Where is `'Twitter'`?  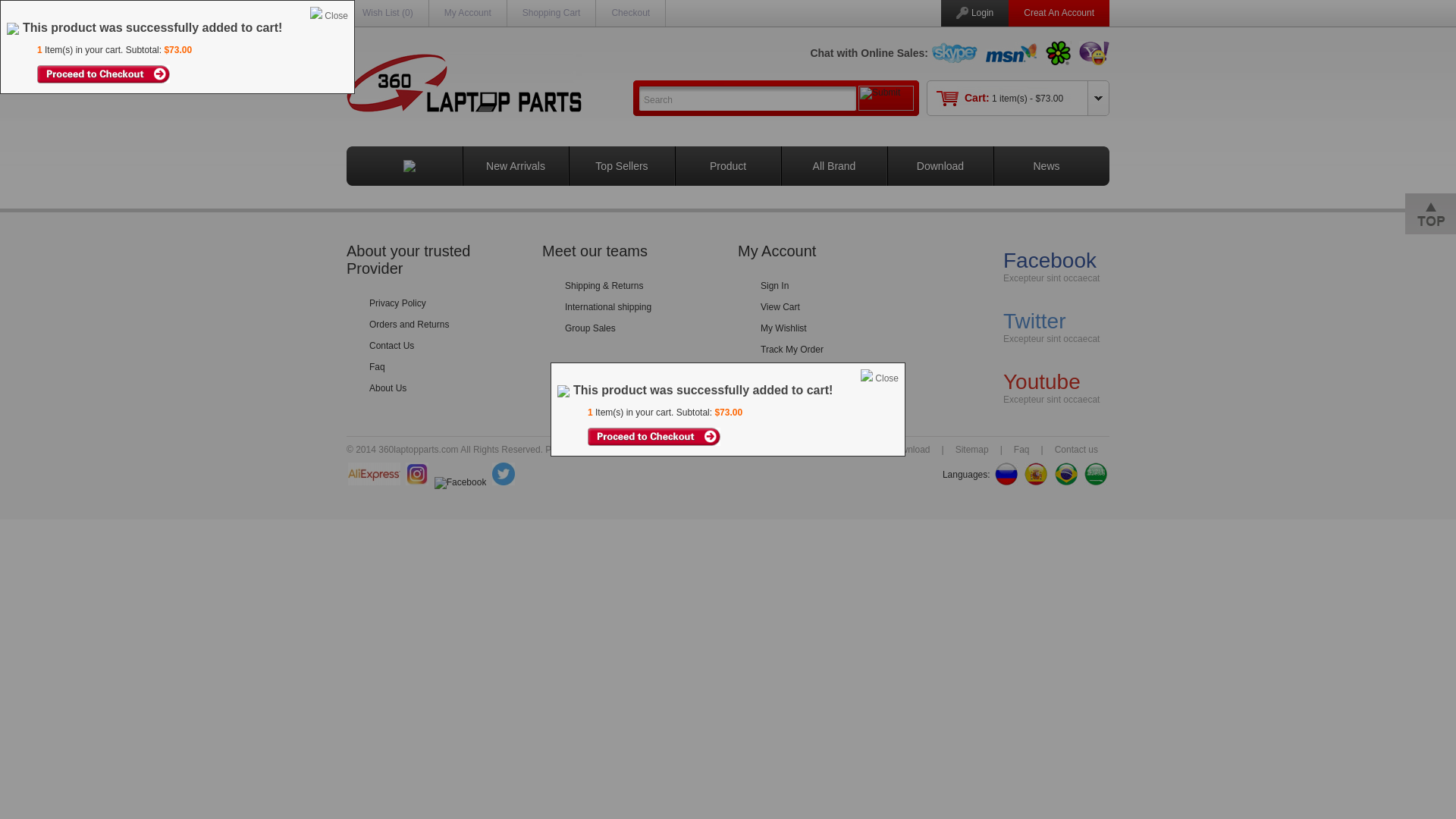 'Twitter' is located at coordinates (1033, 320).